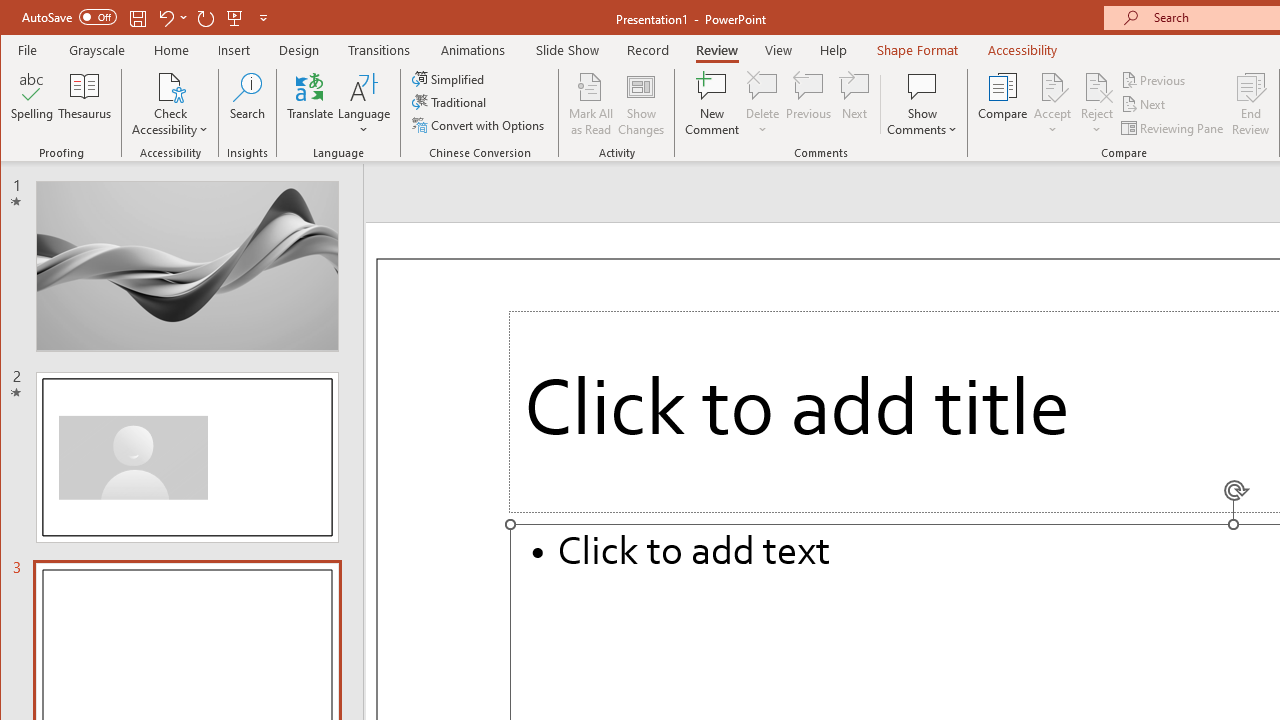 Image resolution: width=1280 pixels, height=720 pixels. What do you see at coordinates (1051, 85) in the screenshot?
I see `'Accept Change'` at bounding box center [1051, 85].